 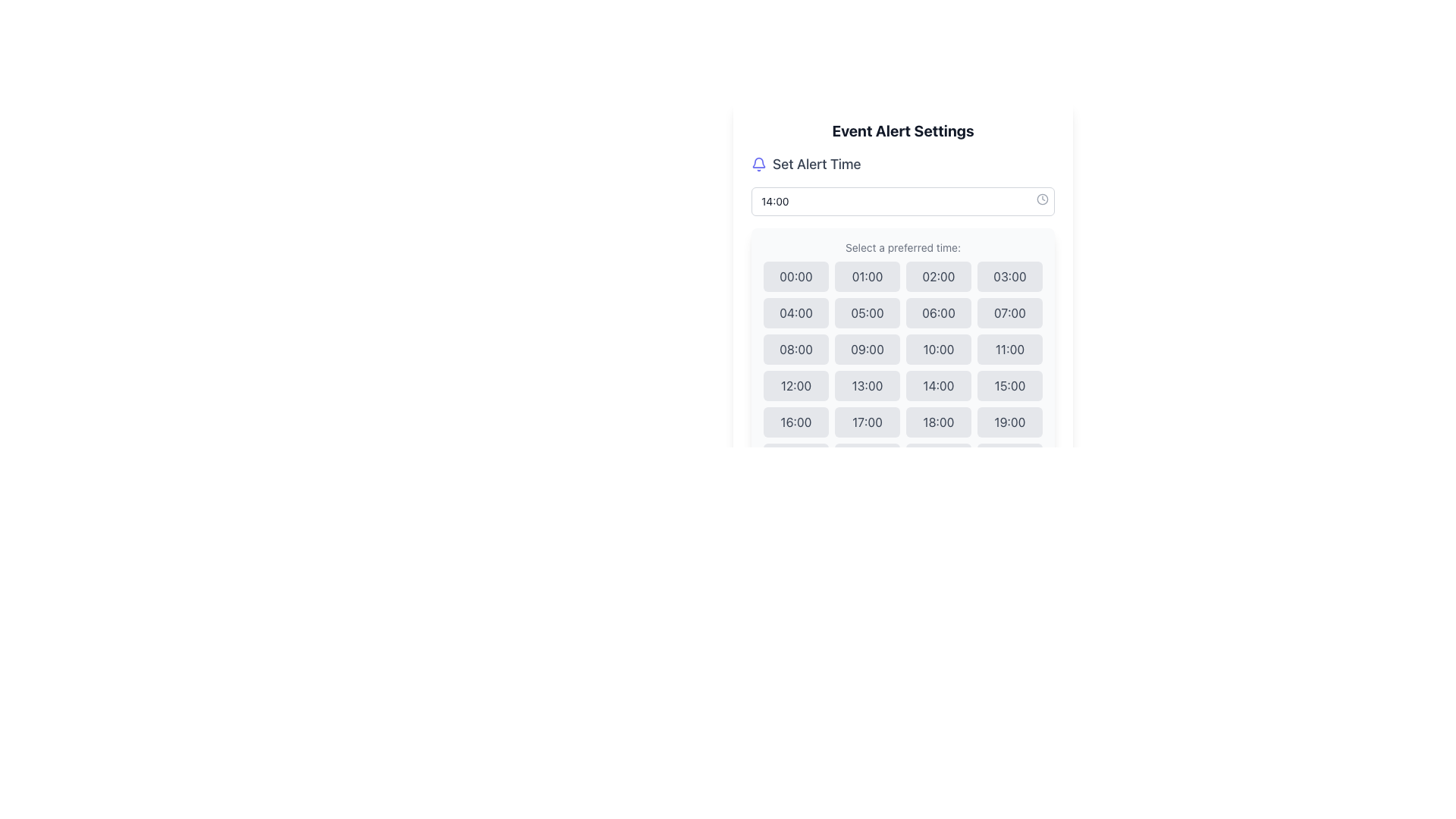 I want to click on the button labeled '10:00' which is the third button in the third row of a 4x6 grid layout, so click(x=938, y=350).